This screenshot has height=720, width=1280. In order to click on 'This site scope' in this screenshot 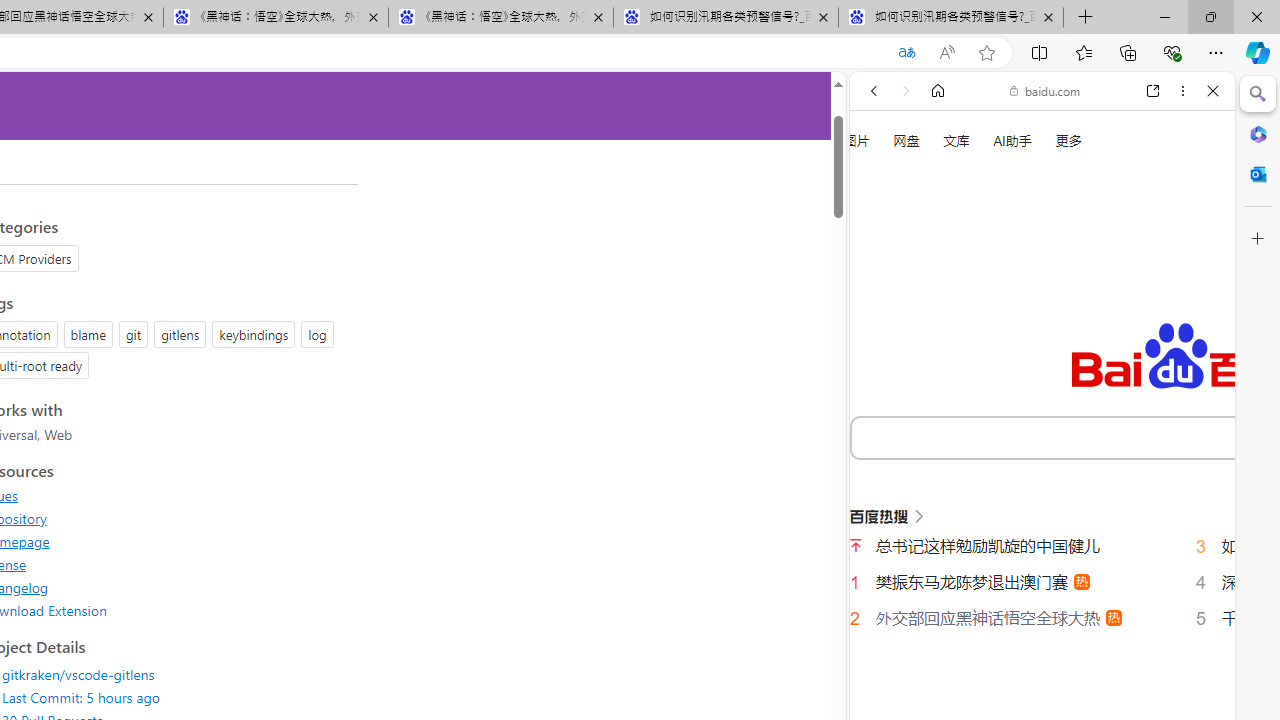, I will do `click(935, 180)`.